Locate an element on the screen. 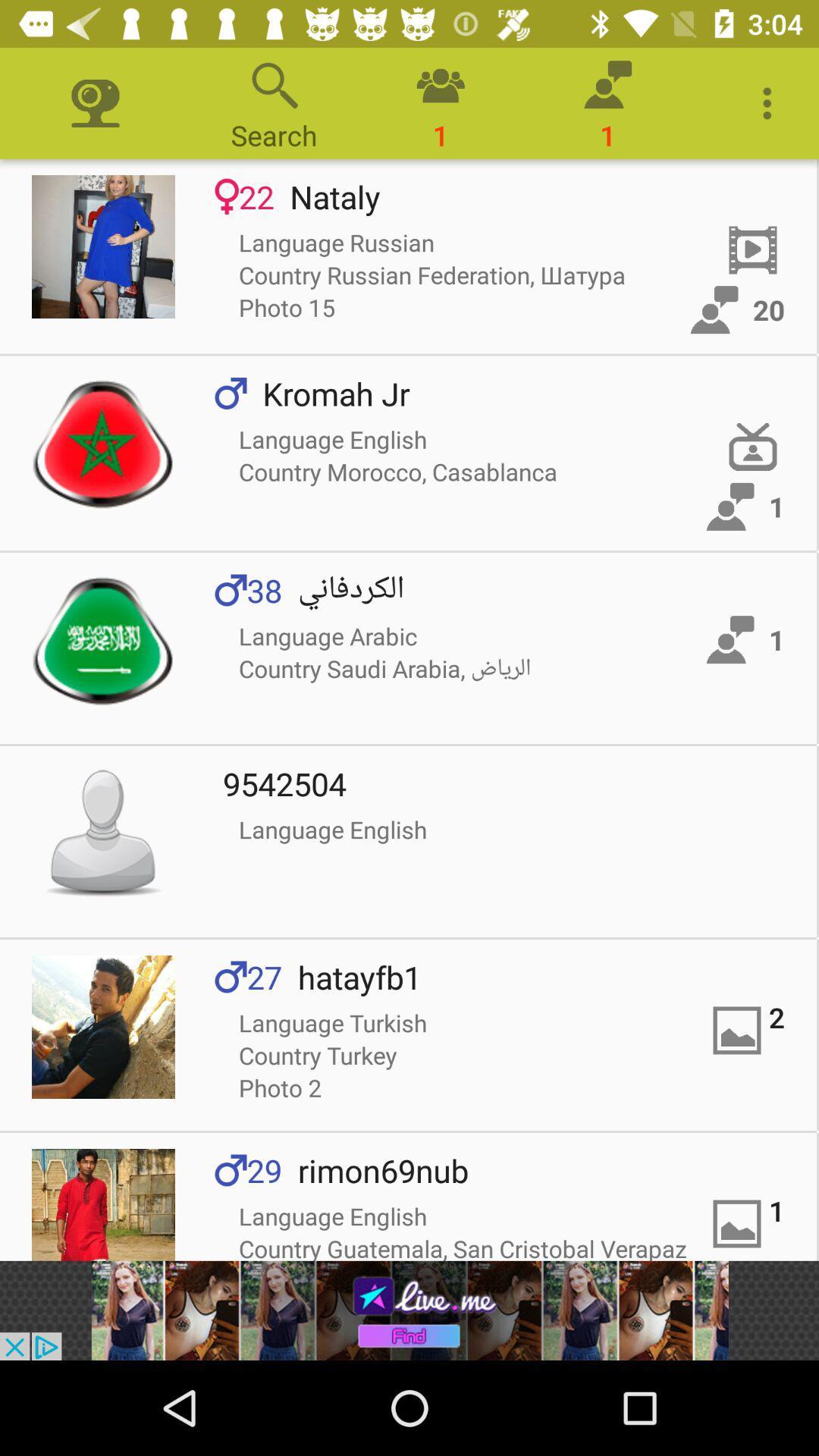 This screenshot has width=819, height=1456. the add is located at coordinates (409, 1310).